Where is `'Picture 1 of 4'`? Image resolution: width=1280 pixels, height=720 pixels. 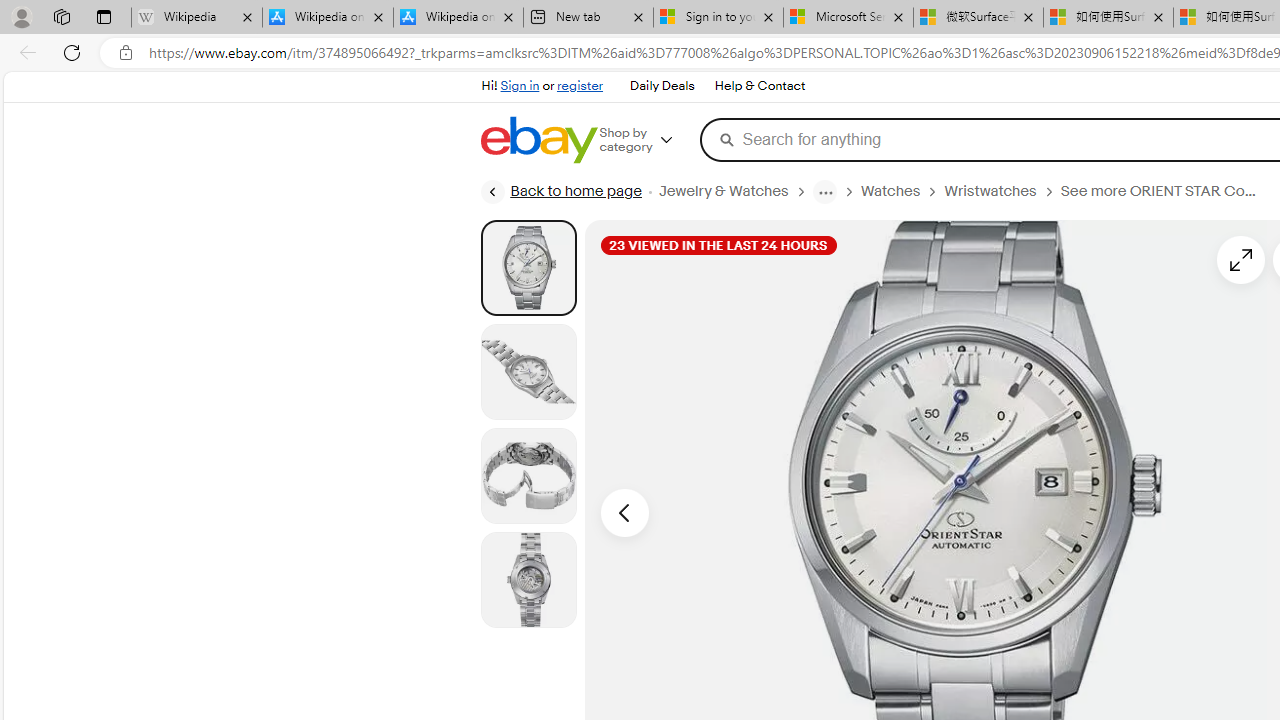
'Picture 1 of 4' is located at coordinates (528, 266).